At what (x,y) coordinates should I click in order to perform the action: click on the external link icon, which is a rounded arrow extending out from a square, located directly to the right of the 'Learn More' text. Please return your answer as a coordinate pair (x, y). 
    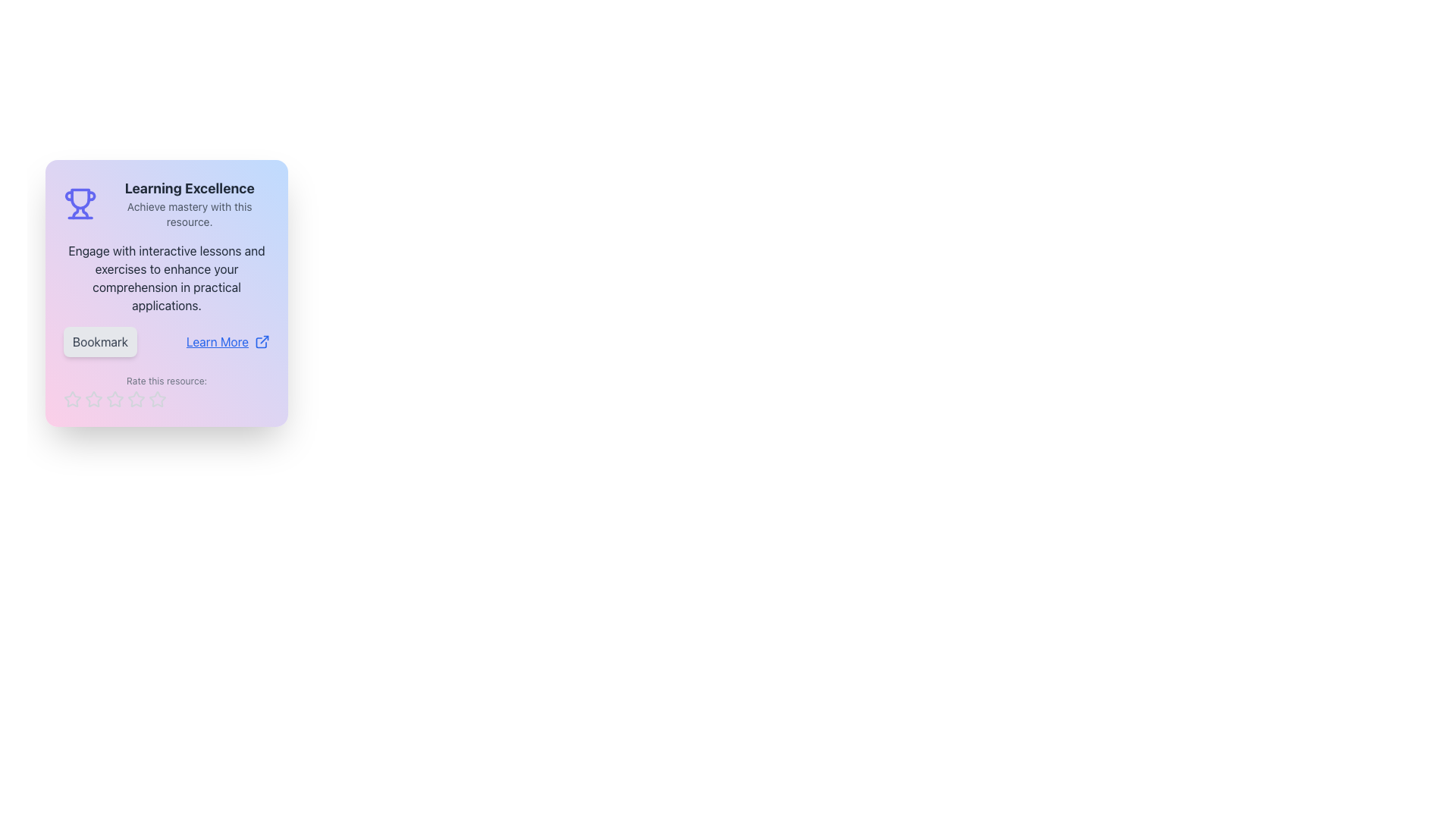
    Looking at the image, I should click on (262, 342).